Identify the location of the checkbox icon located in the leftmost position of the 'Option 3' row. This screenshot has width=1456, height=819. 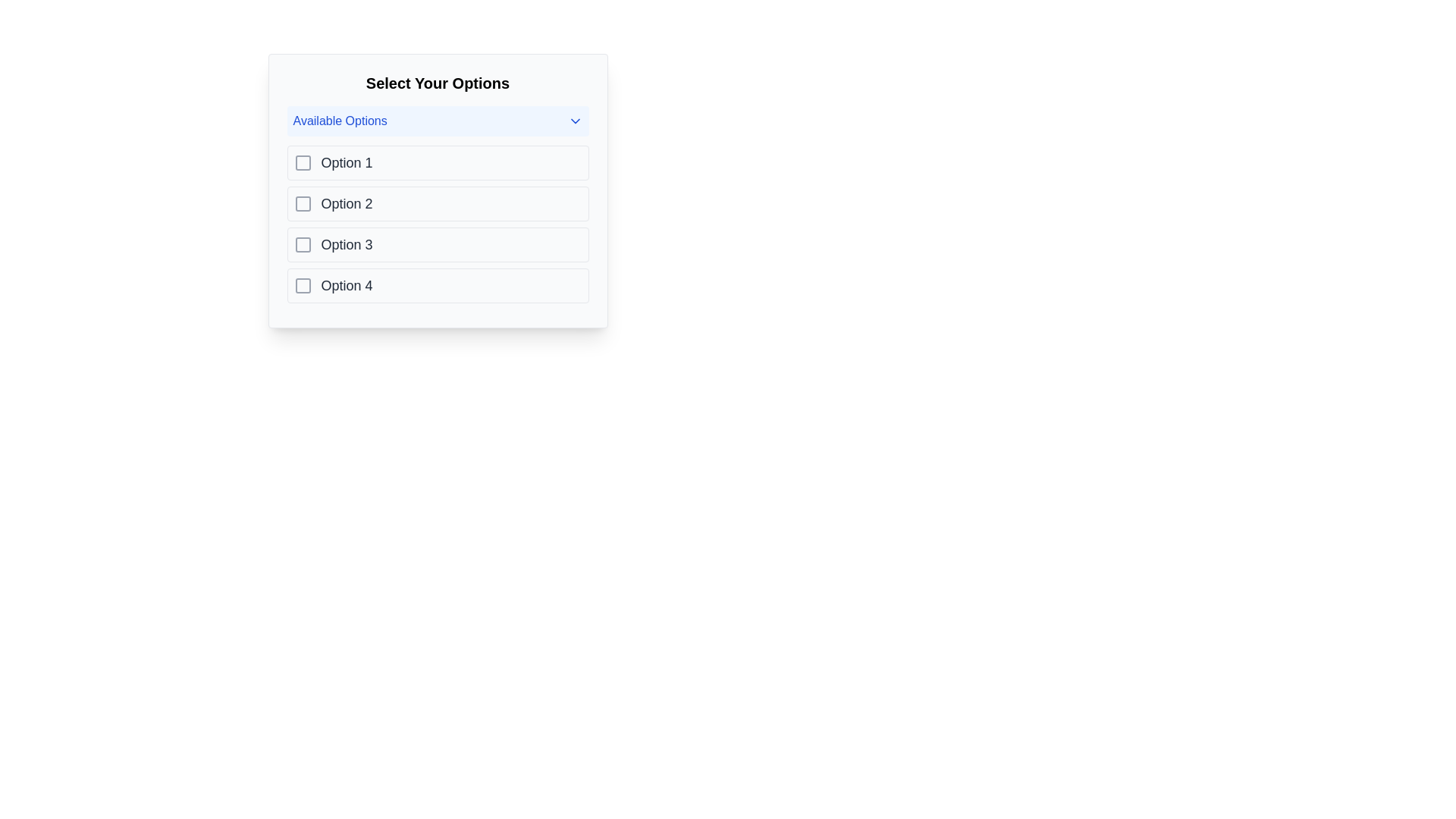
(303, 244).